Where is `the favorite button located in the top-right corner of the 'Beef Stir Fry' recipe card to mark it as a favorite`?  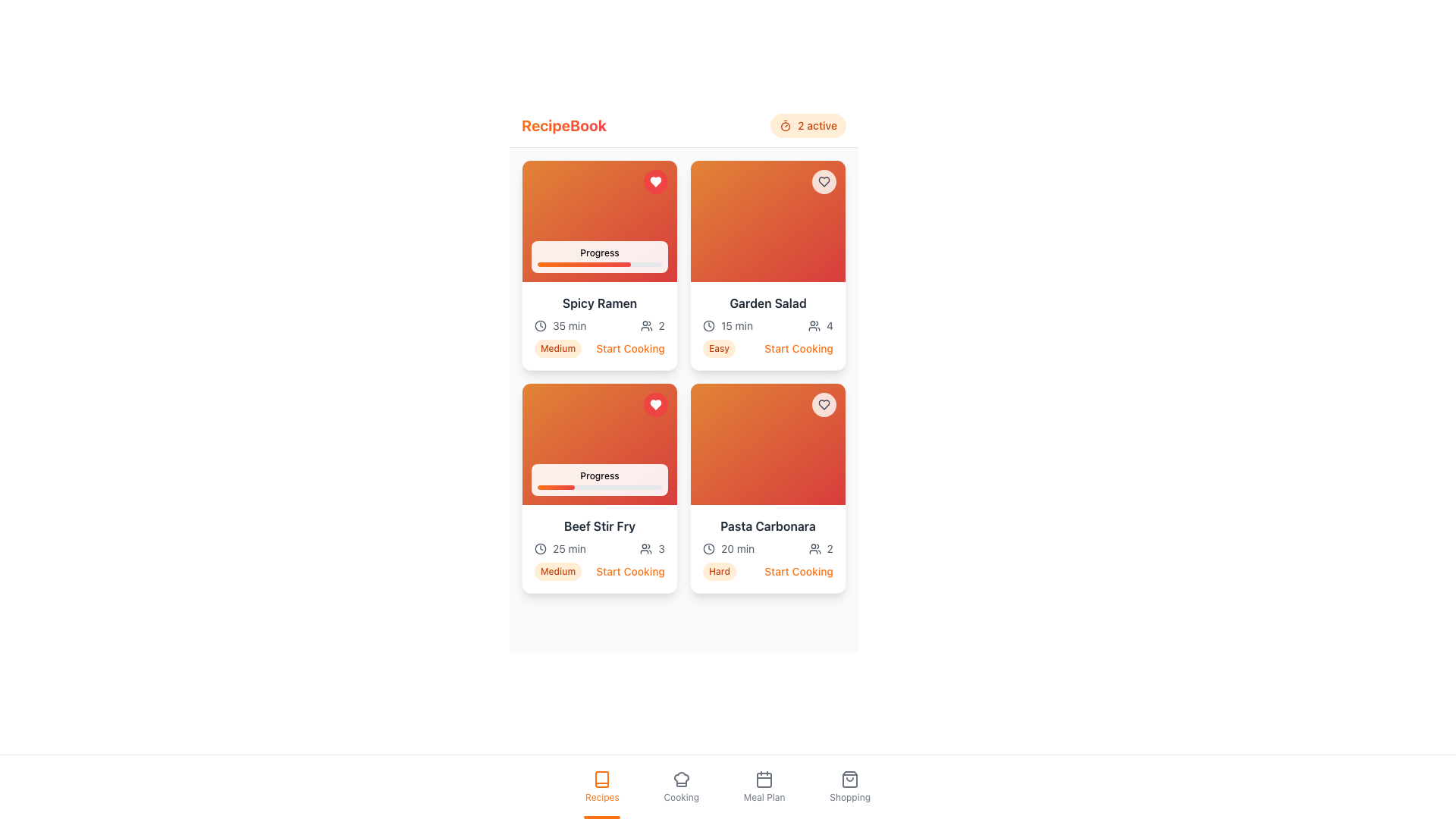
the favorite button located in the top-right corner of the 'Beef Stir Fry' recipe card to mark it as a favorite is located at coordinates (655, 403).